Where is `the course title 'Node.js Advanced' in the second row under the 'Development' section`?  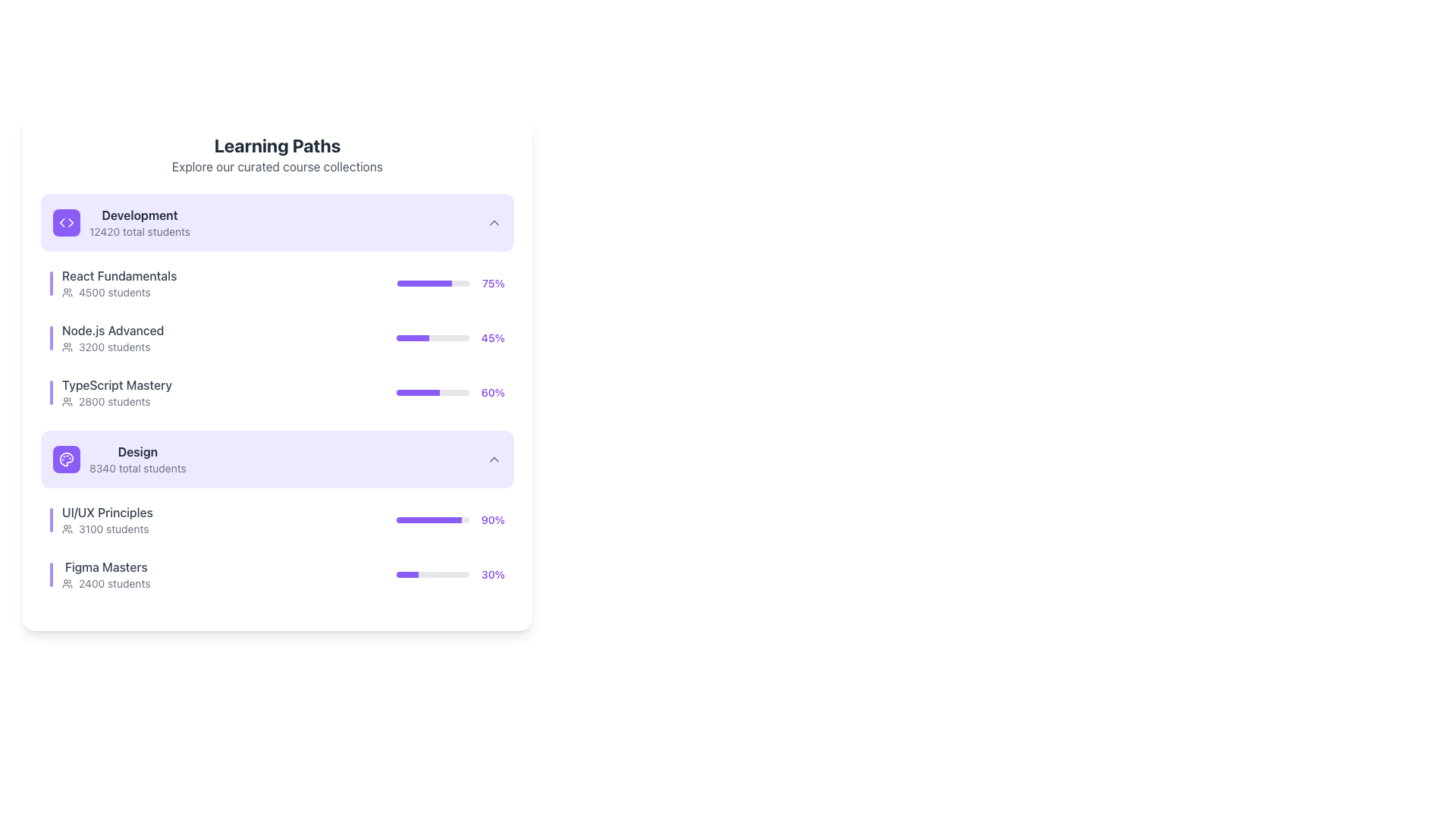 the course title 'Node.js Advanced' in the second row under the 'Development' section is located at coordinates (277, 337).